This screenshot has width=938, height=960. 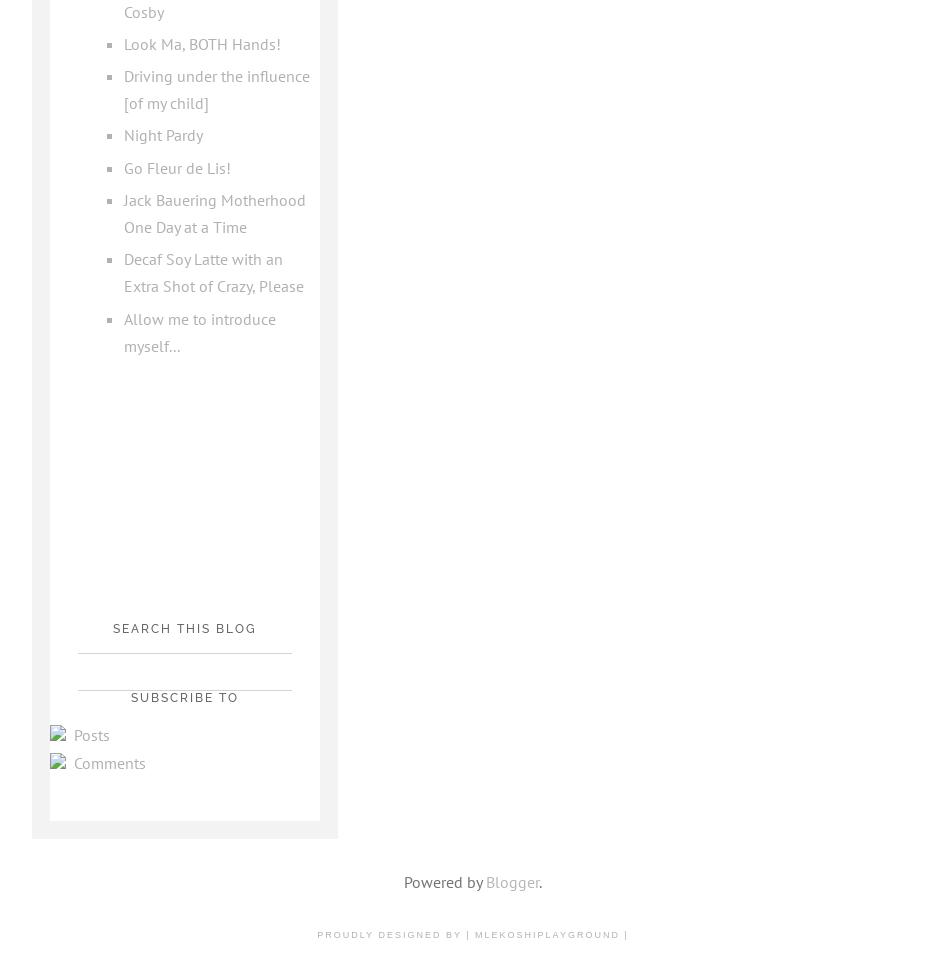 What do you see at coordinates (198, 331) in the screenshot?
I see `'Allow me to introduce myself...'` at bounding box center [198, 331].